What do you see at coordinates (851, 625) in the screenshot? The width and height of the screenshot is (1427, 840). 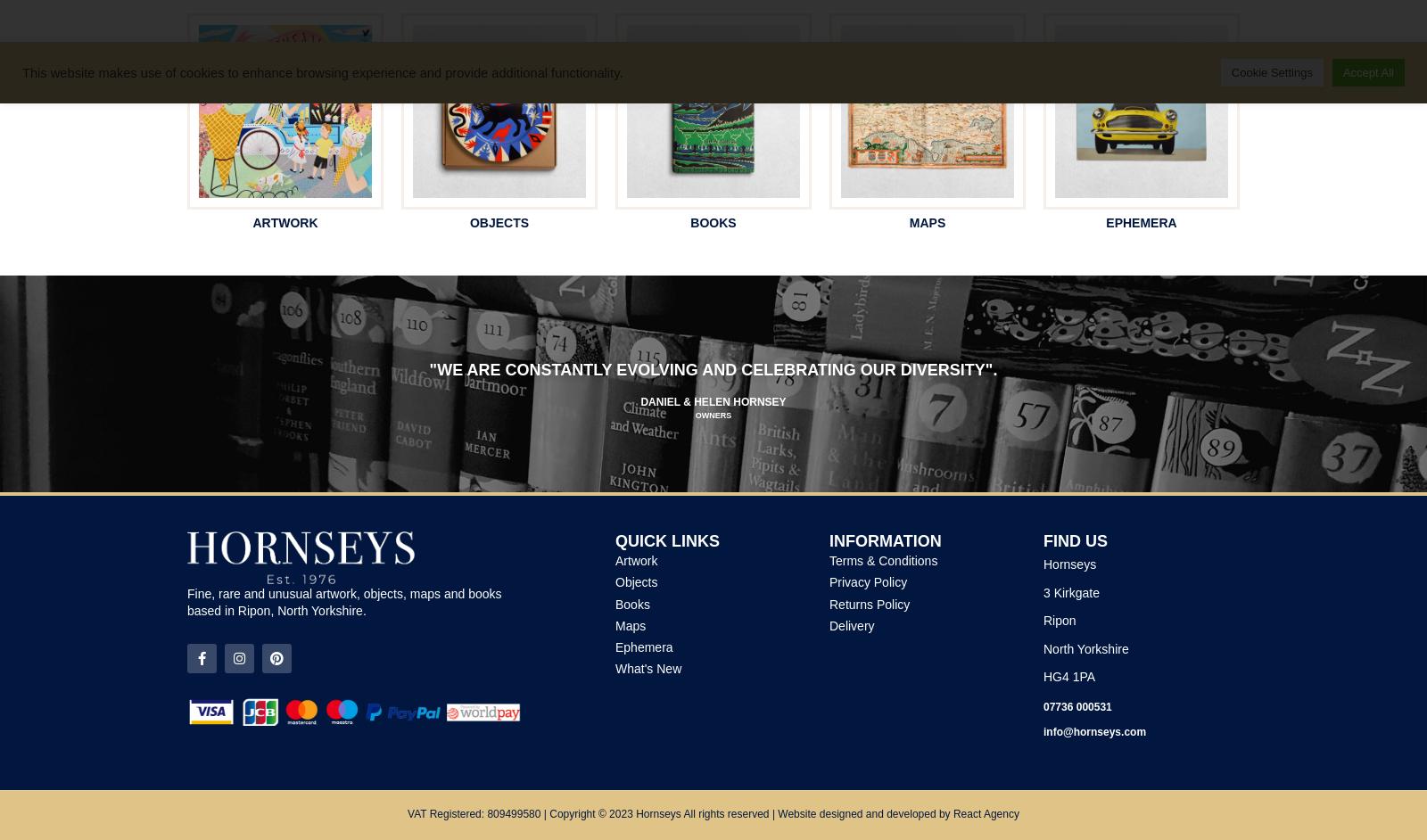 I see `'Delivery'` at bounding box center [851, 625].